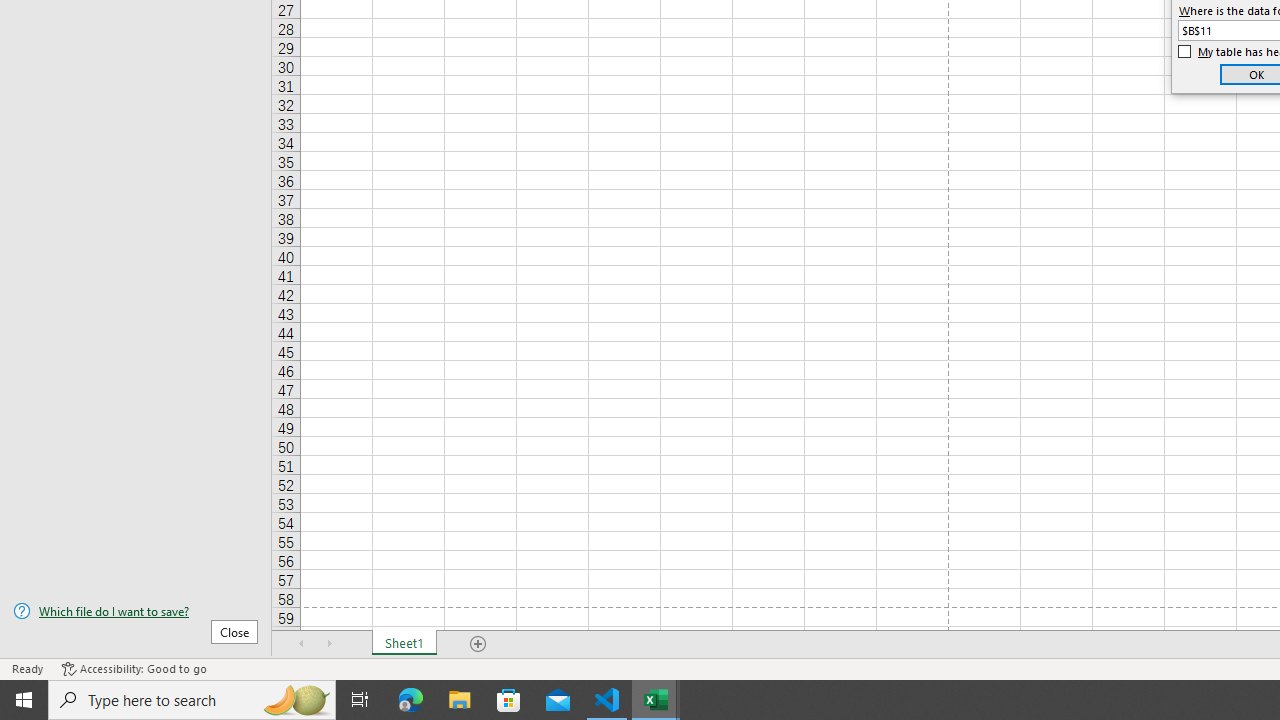 This screenshot has width=1280, height=720. What do you see at coordinates (133, 669) in the screenshot?
I see `'Accessibility Checker Accessibility: Good to go'` at bounding box center [133, 669].